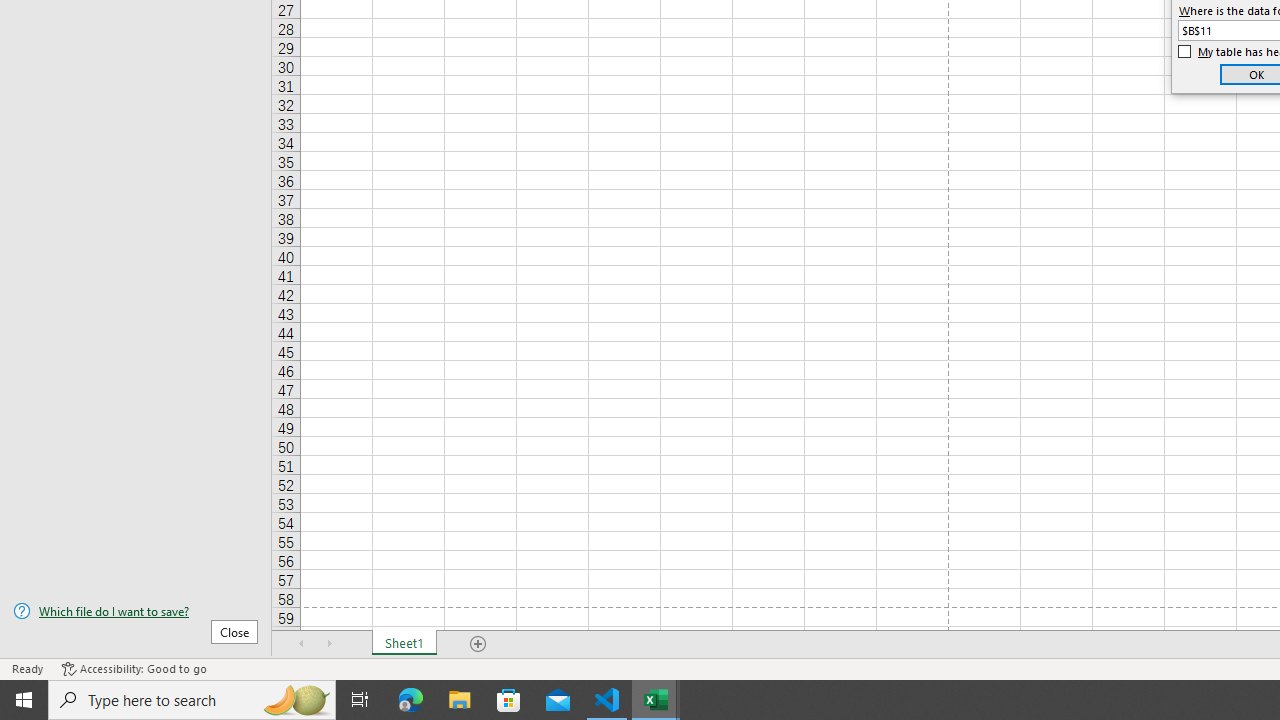 This screenshot has width=1280, height=720. What do you see at coordinates (133, 669) in the screenshot?
I see `'Accessibility Checker Accessibility: Good to go'` at bounding box center [133, 669].